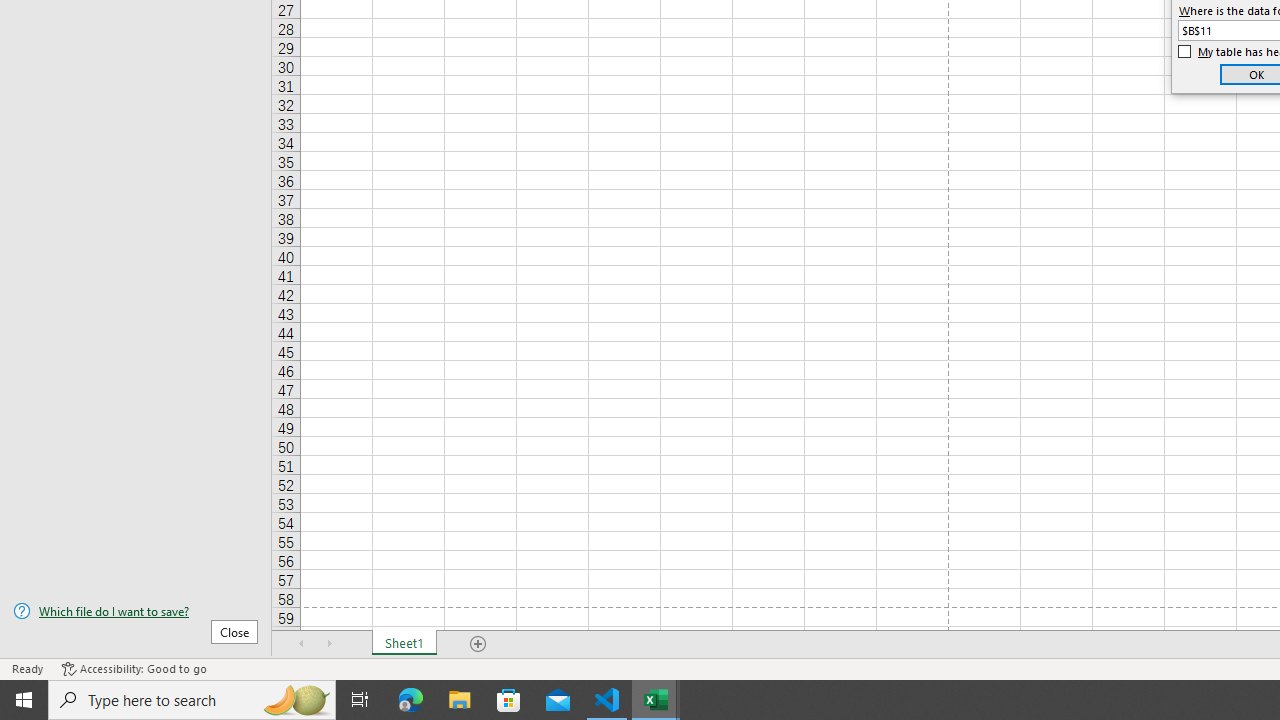 This screenshot has width=1280, height=720. What do you see at coordinates (133, 669) in the screenshot?
I see `'Accessibility Checker Accessibility: Good to go'` at bounding box center [133, 669].